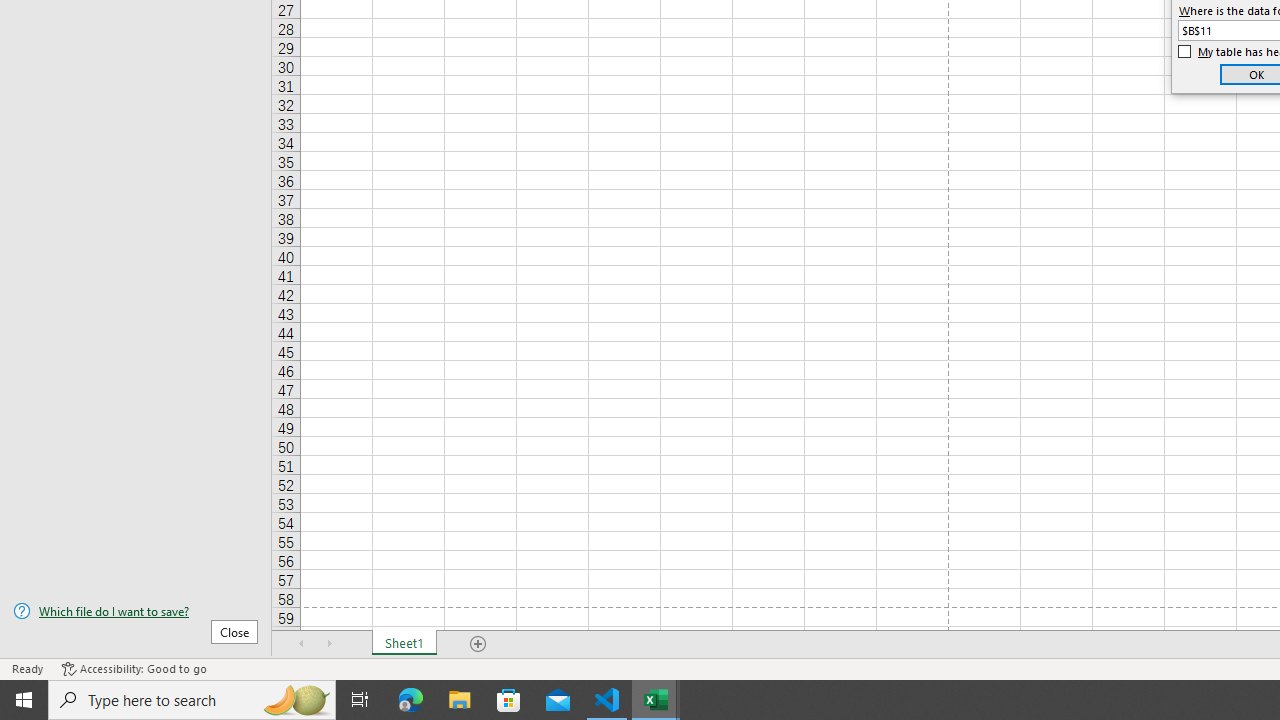 This screenshot has width=1280, height=720. What do you see at coordinates (133, 669) in the screenshot?
I see `'Accessibility Checker Accessibility: Good to go'` at bounding box center [133, 669].